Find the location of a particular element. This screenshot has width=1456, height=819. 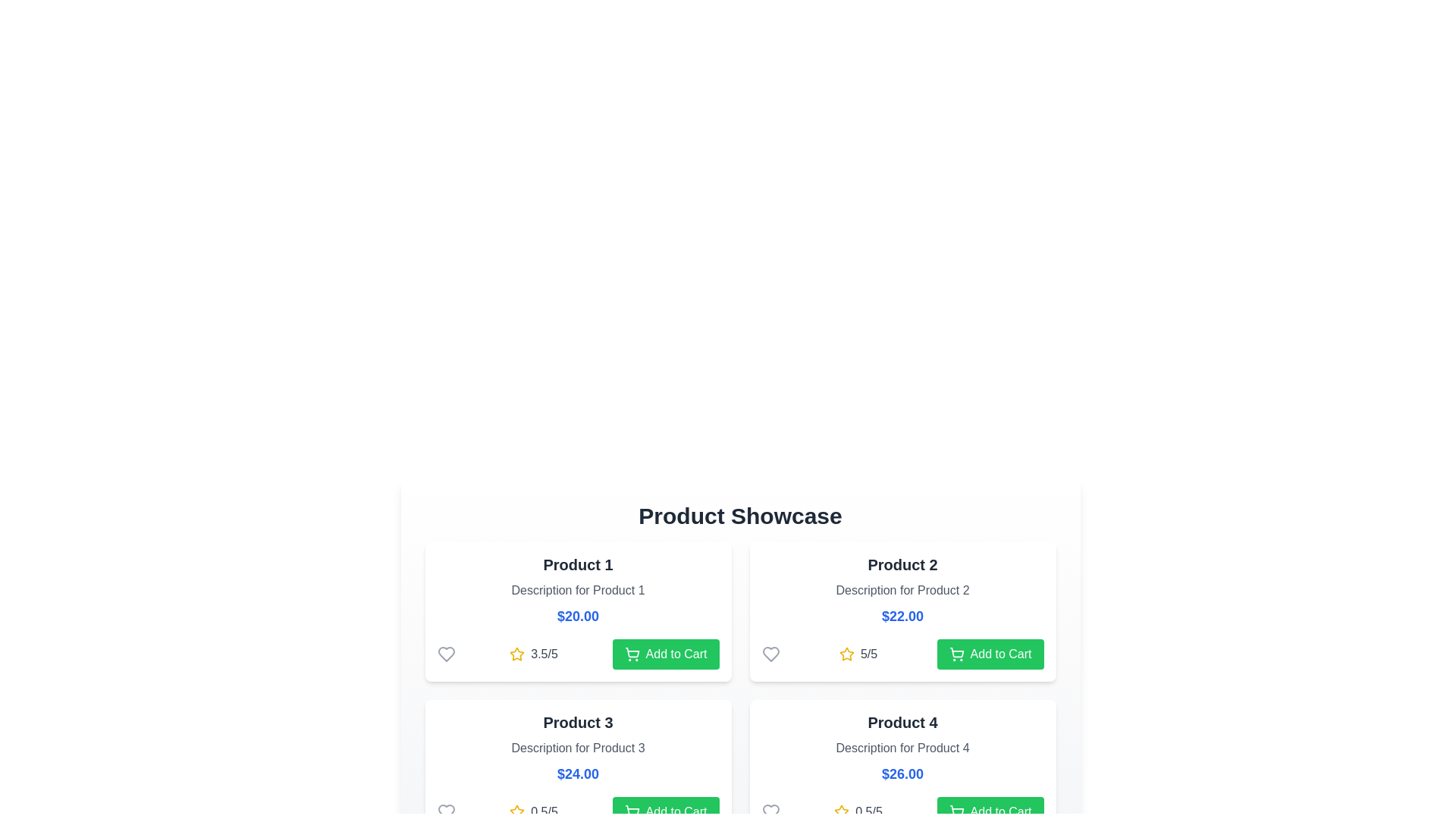

the hollow heart icon button located above the star rating in the 'Product 2' card is located at coordinates (770, 654).